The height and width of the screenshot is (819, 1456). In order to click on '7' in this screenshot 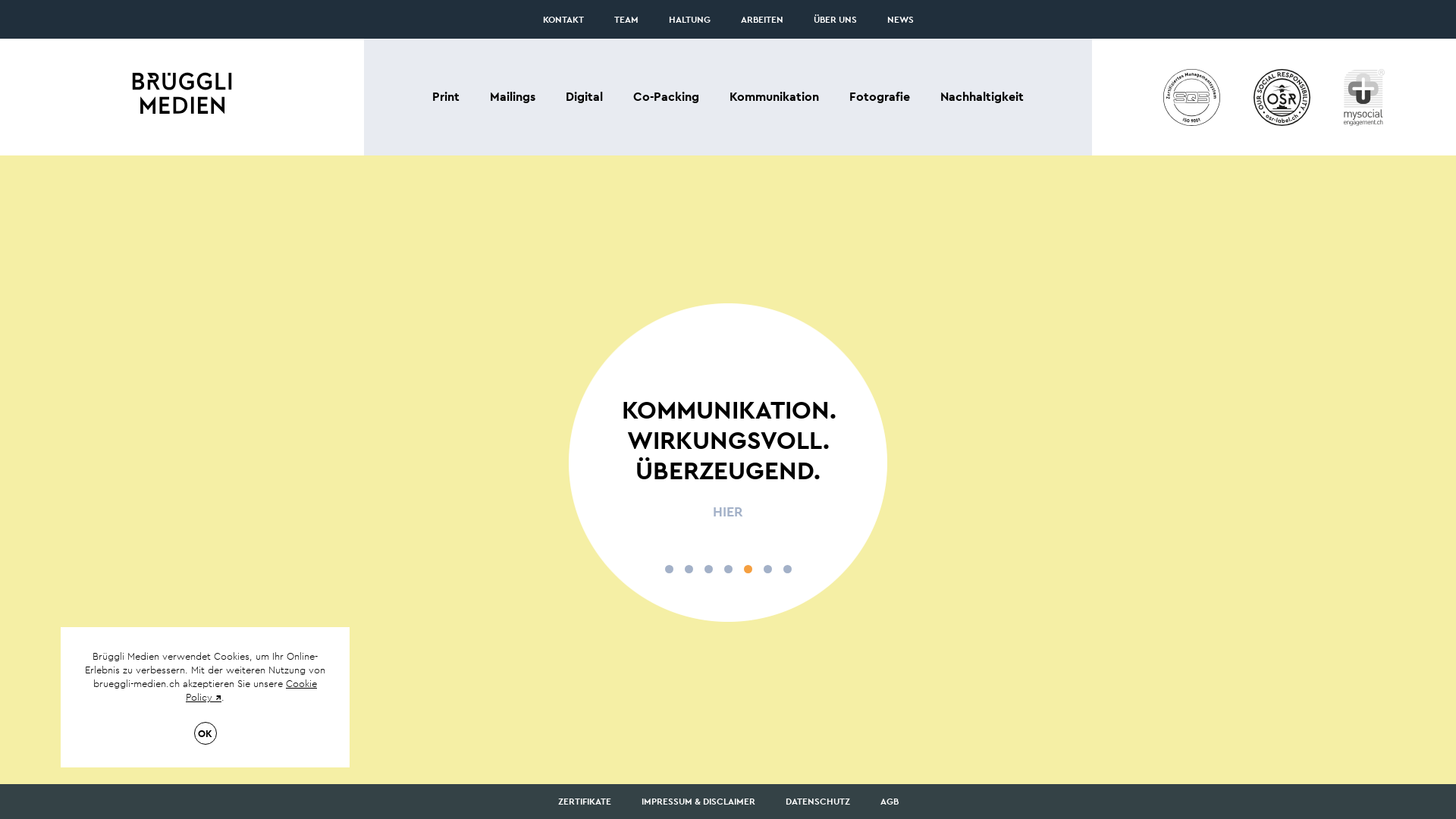, I will do `click(786, 569)`.